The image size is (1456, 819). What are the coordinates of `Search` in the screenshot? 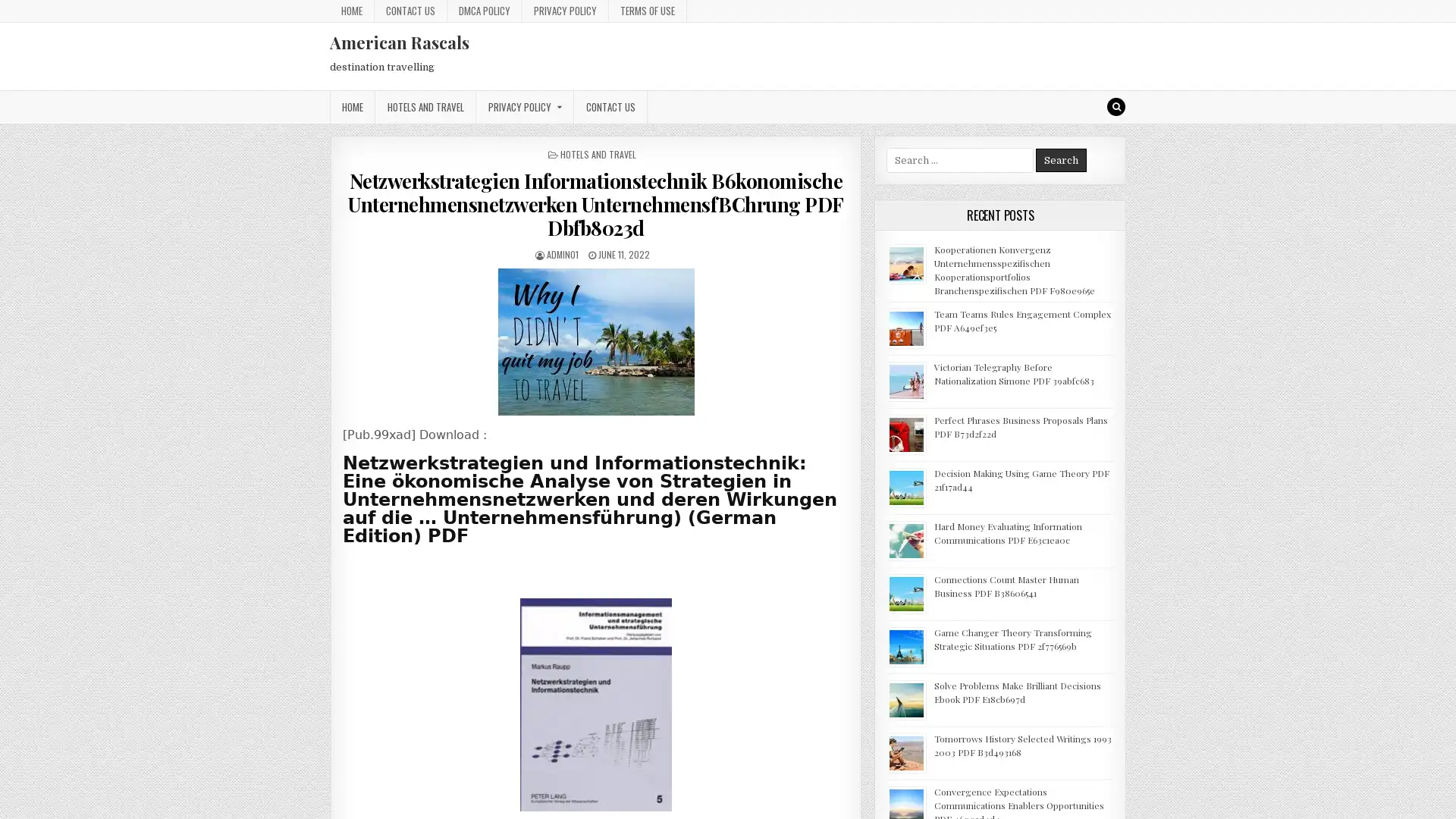 It's located at (1060, 160).